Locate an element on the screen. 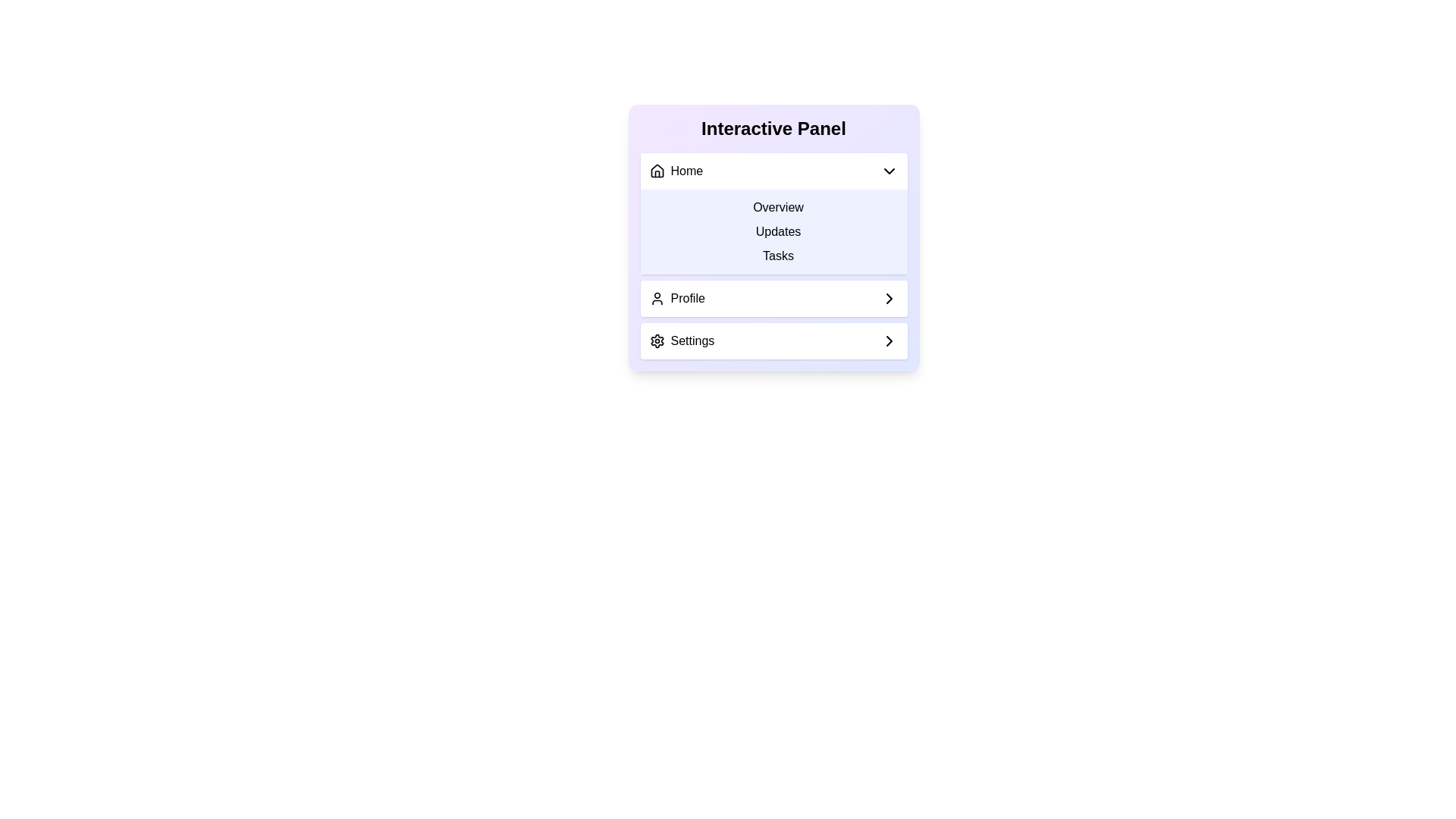 The height and width of the screenshot is (819, 1456). the 'Overview' option in the Dropdown panel located beneath the 'Home' section of the Interactive Panel UI is located at coordinates (773, 213).